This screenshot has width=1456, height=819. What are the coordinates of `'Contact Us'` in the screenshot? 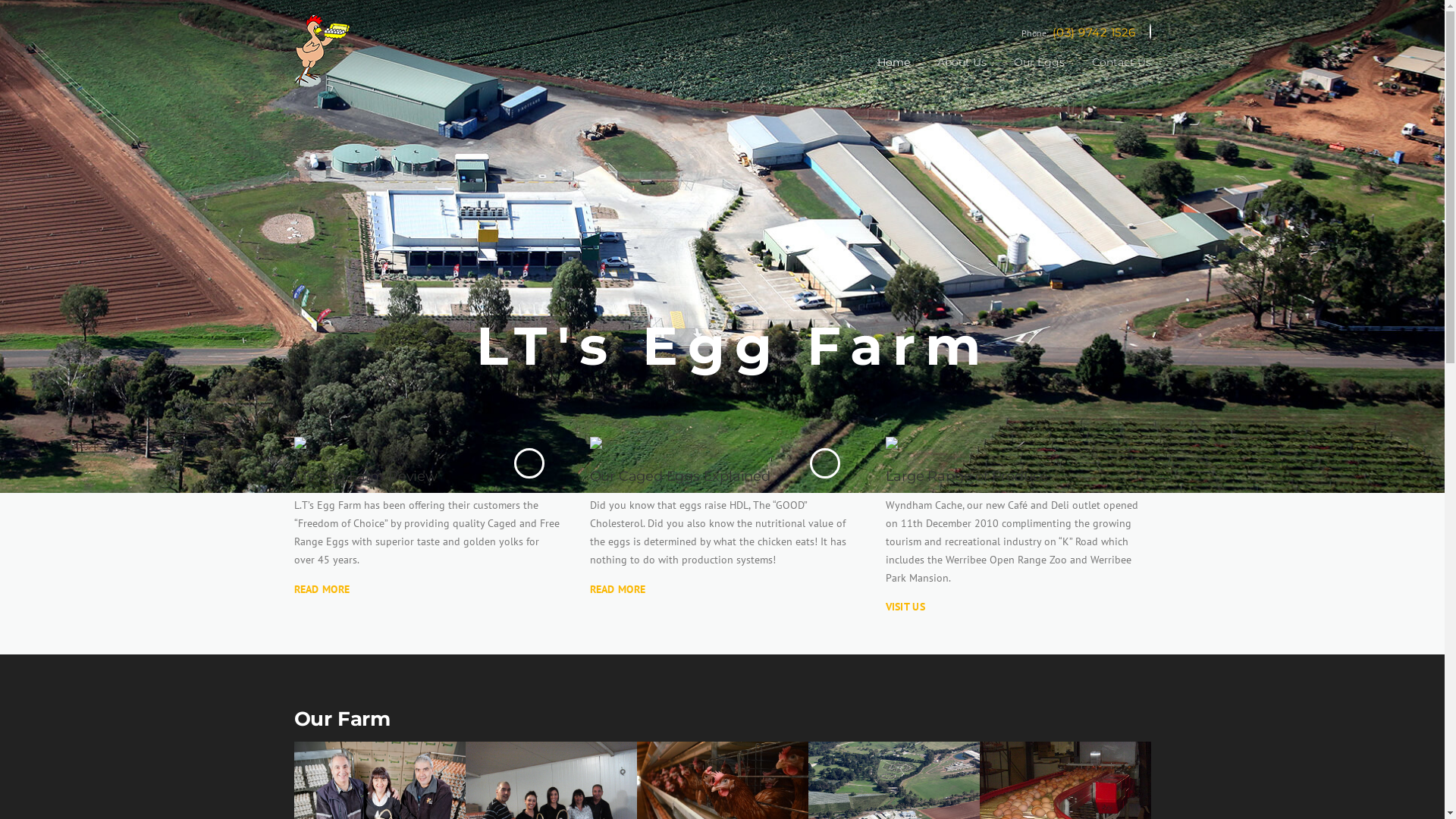 It's located at (1114, 73).